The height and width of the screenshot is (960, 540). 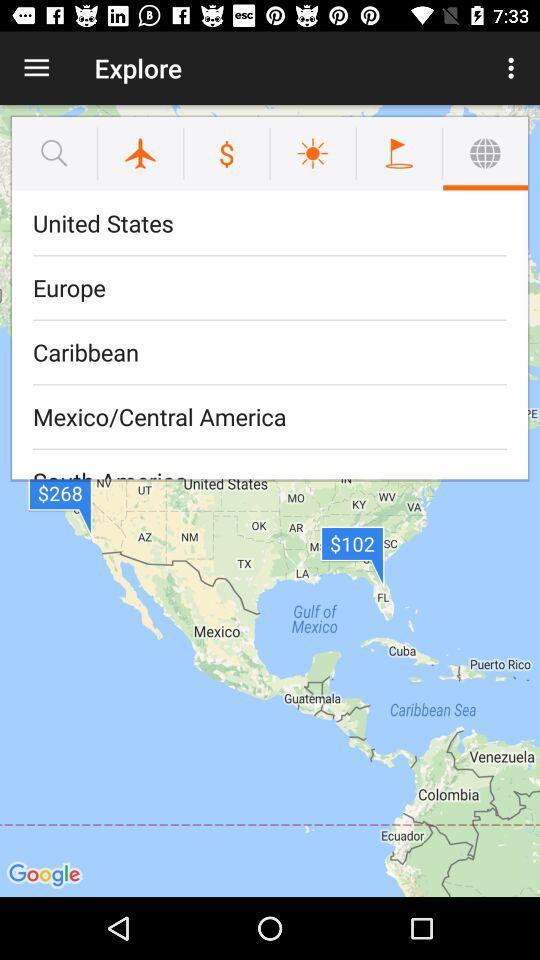 I want to click on the item to the left of the explore item, so click(x=36, y=68).